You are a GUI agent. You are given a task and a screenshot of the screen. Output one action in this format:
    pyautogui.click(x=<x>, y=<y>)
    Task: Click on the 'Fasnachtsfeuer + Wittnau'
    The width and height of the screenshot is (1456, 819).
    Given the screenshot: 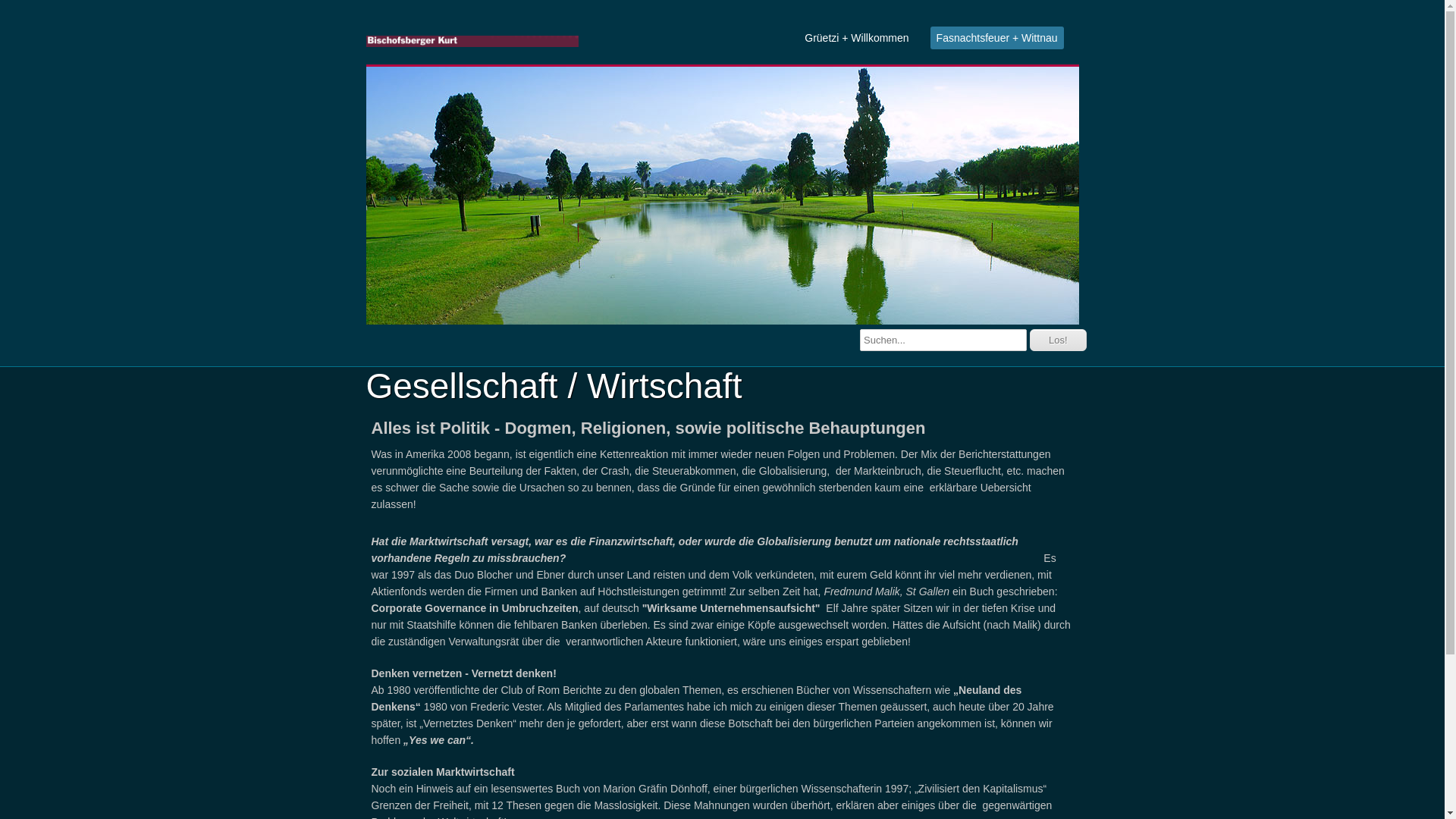 What is the action you would take?
    pyautogui.click(x=997, y=37)
    